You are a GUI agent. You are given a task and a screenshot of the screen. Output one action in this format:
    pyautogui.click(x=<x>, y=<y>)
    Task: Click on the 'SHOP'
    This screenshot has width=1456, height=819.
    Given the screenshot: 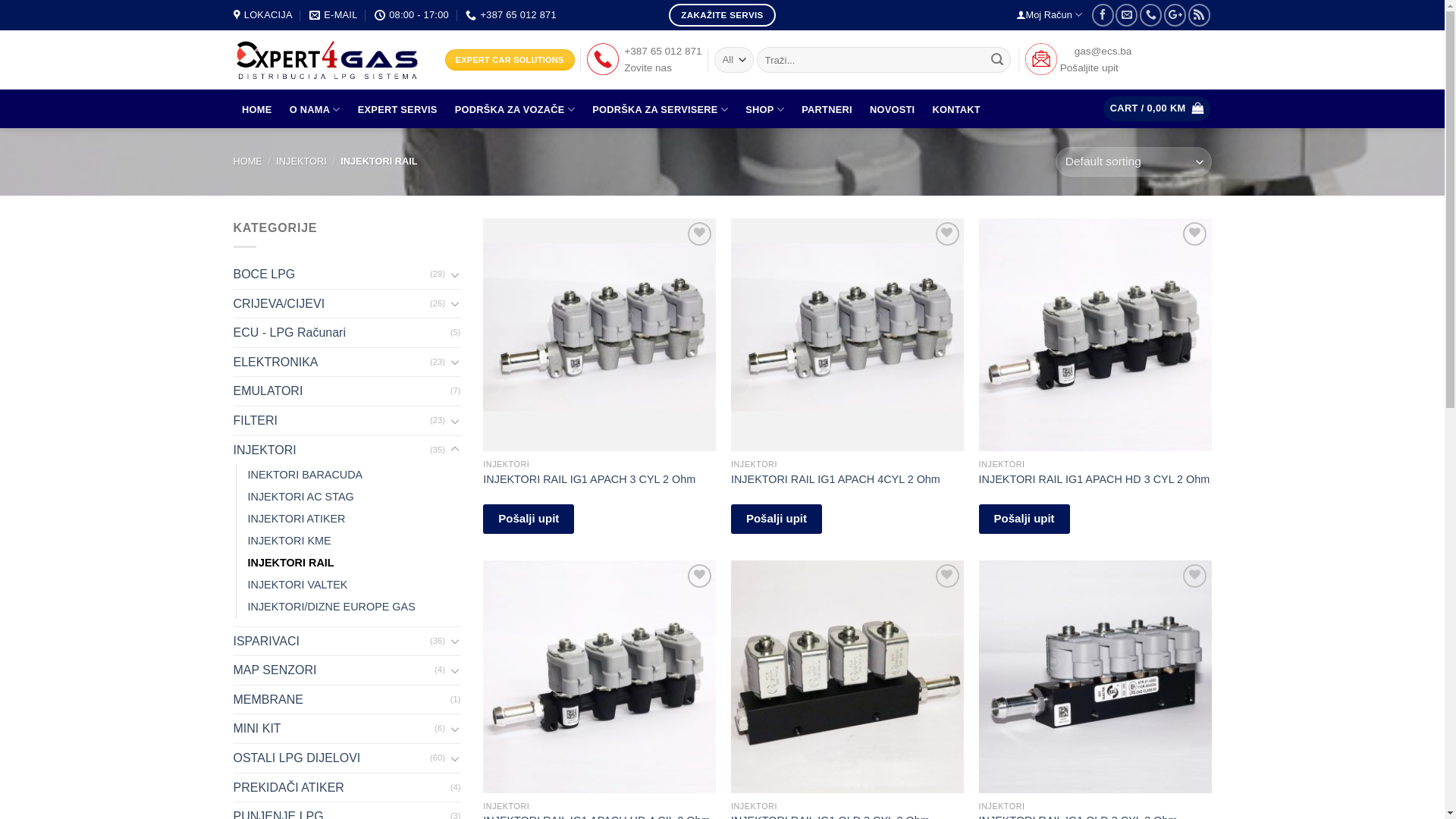 What is the action you would take?
    pyautogui.click(x=764, y=108)
    